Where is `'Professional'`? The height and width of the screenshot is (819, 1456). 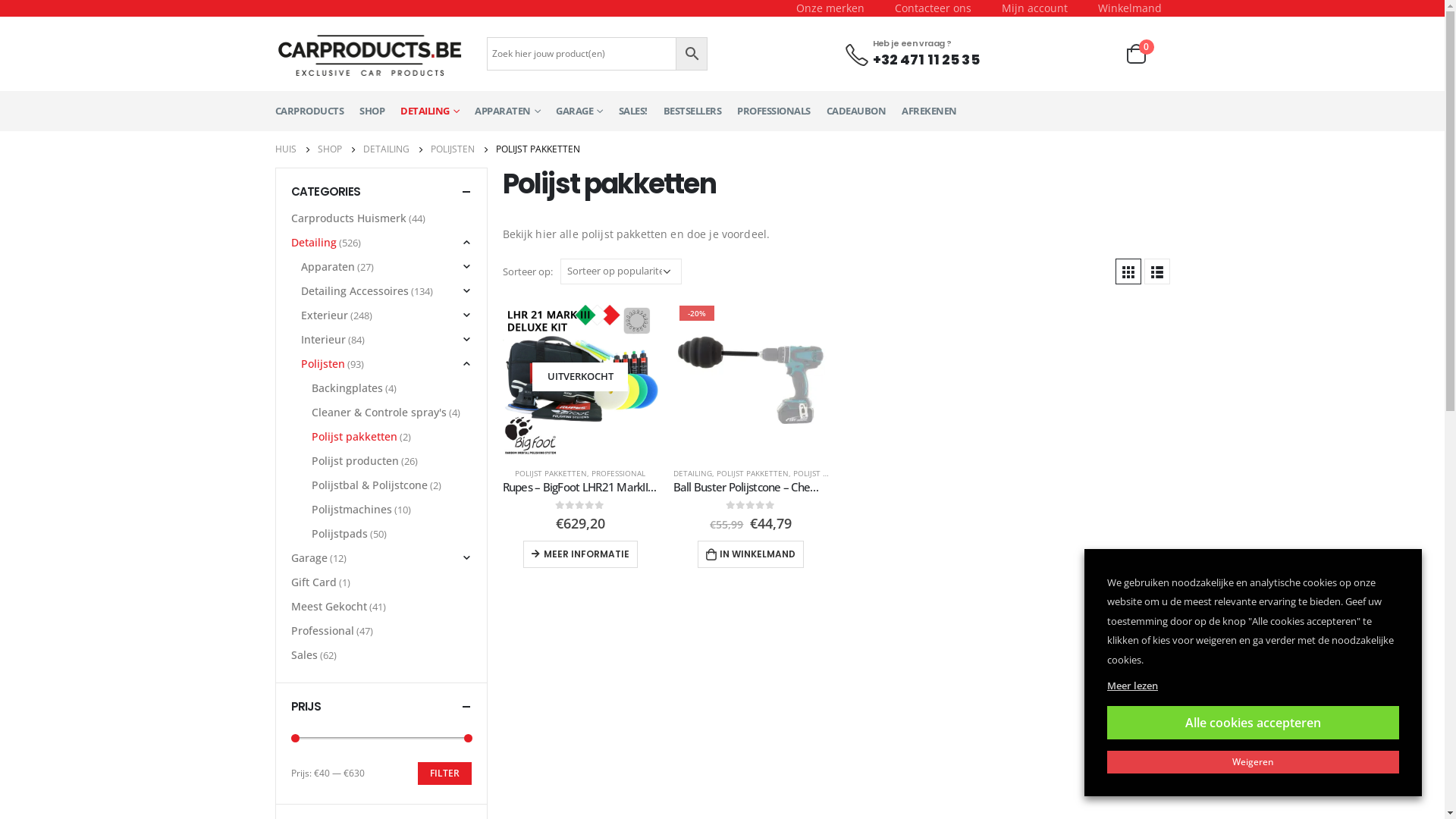
'Professional' is located at coordinates (291, 631).